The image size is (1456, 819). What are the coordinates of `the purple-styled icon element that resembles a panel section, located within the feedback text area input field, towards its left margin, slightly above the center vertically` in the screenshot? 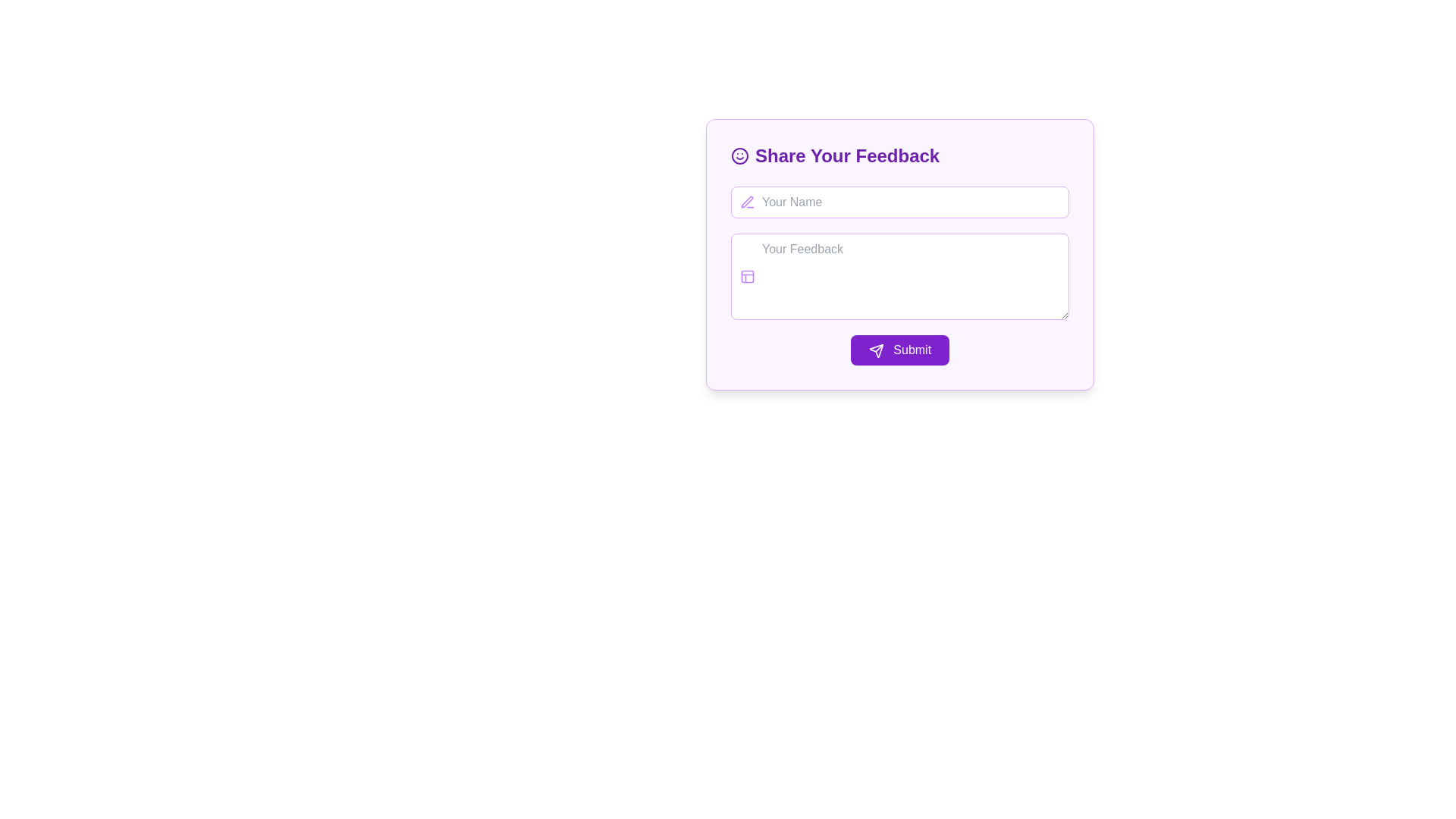 It's located at (747, 277).